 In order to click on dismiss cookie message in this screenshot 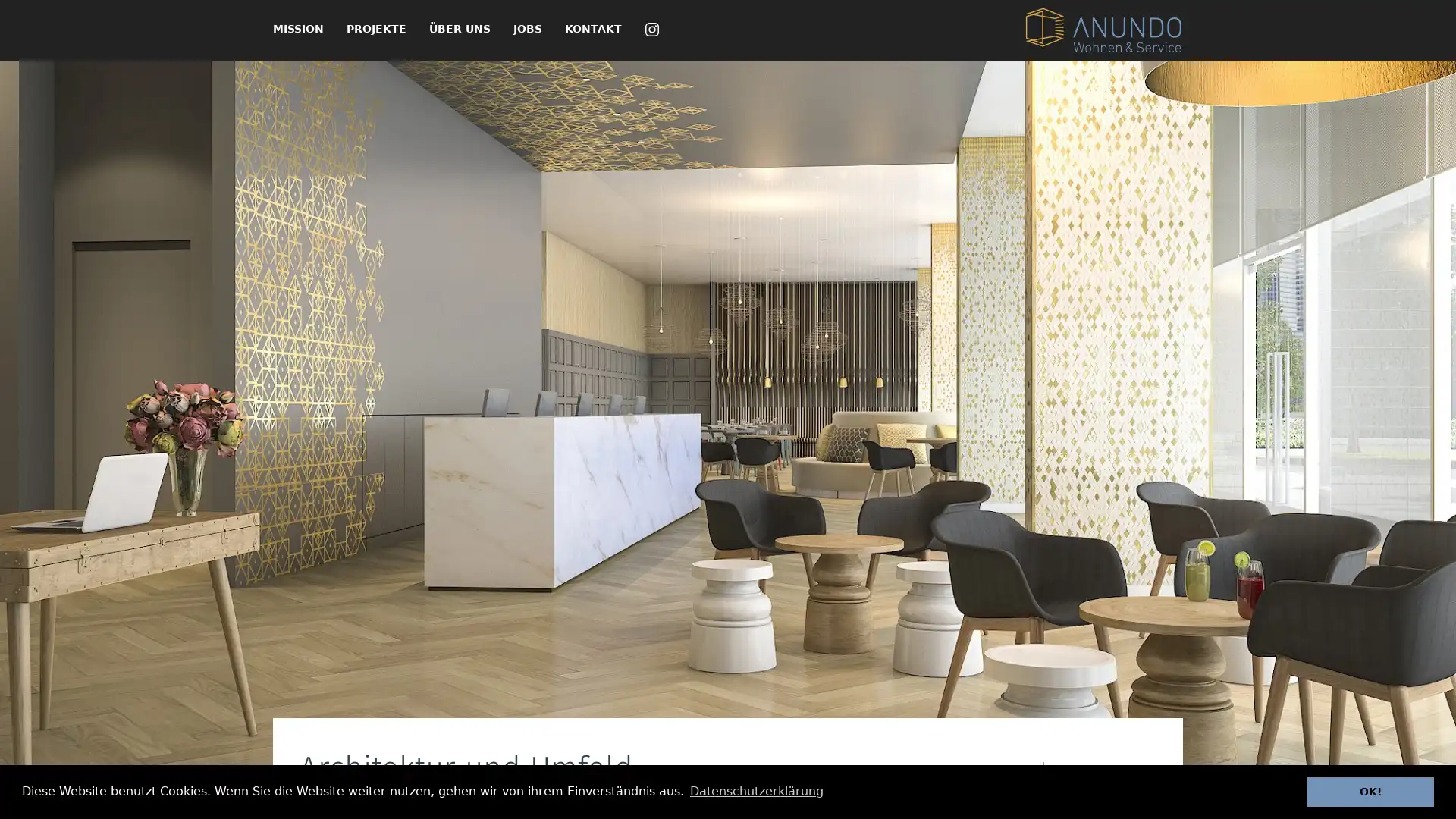, I will do `click(1370, 791)`.